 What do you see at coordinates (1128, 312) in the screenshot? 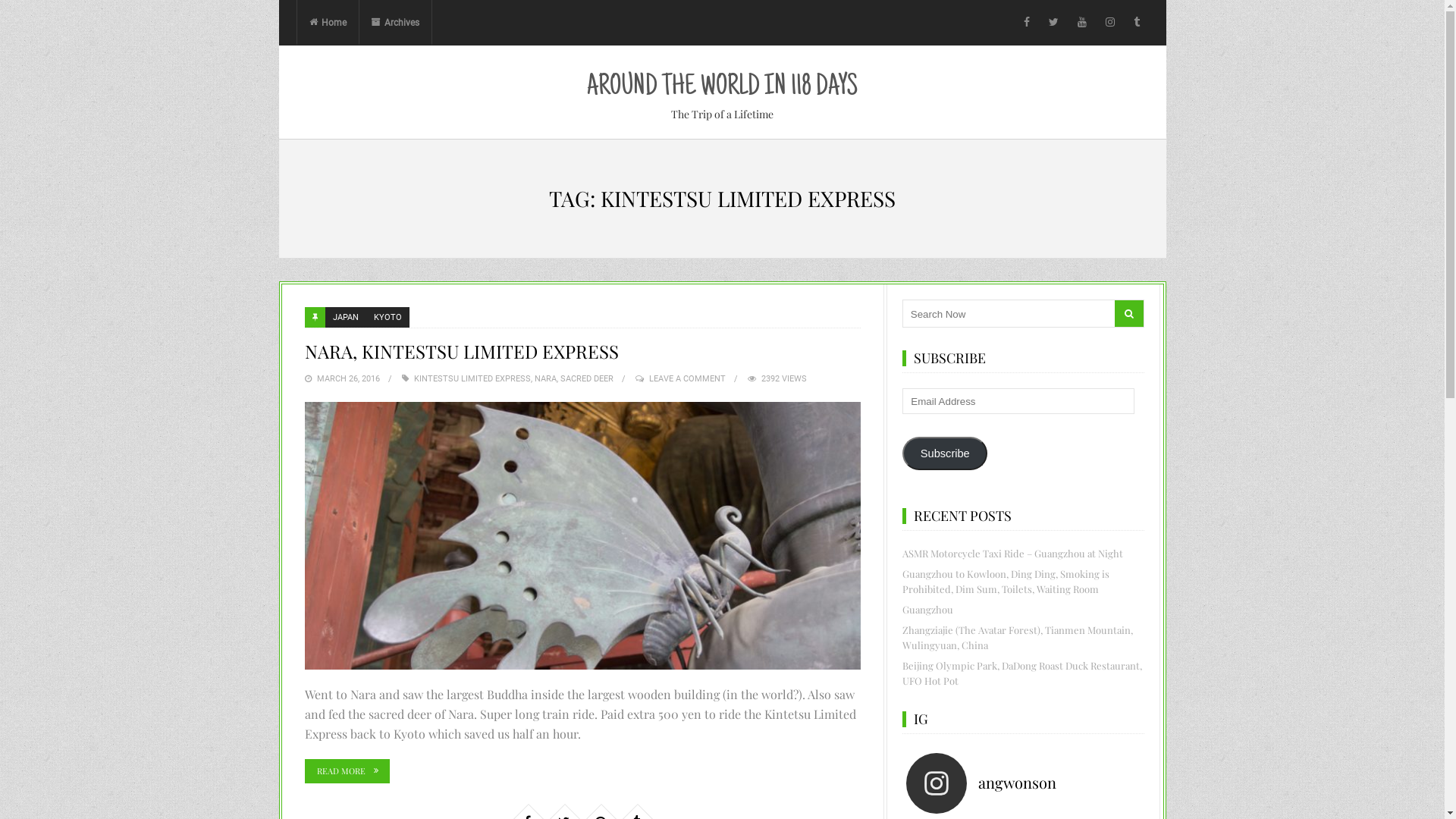
I see `'Search'` at bounding box center [1128, 312].